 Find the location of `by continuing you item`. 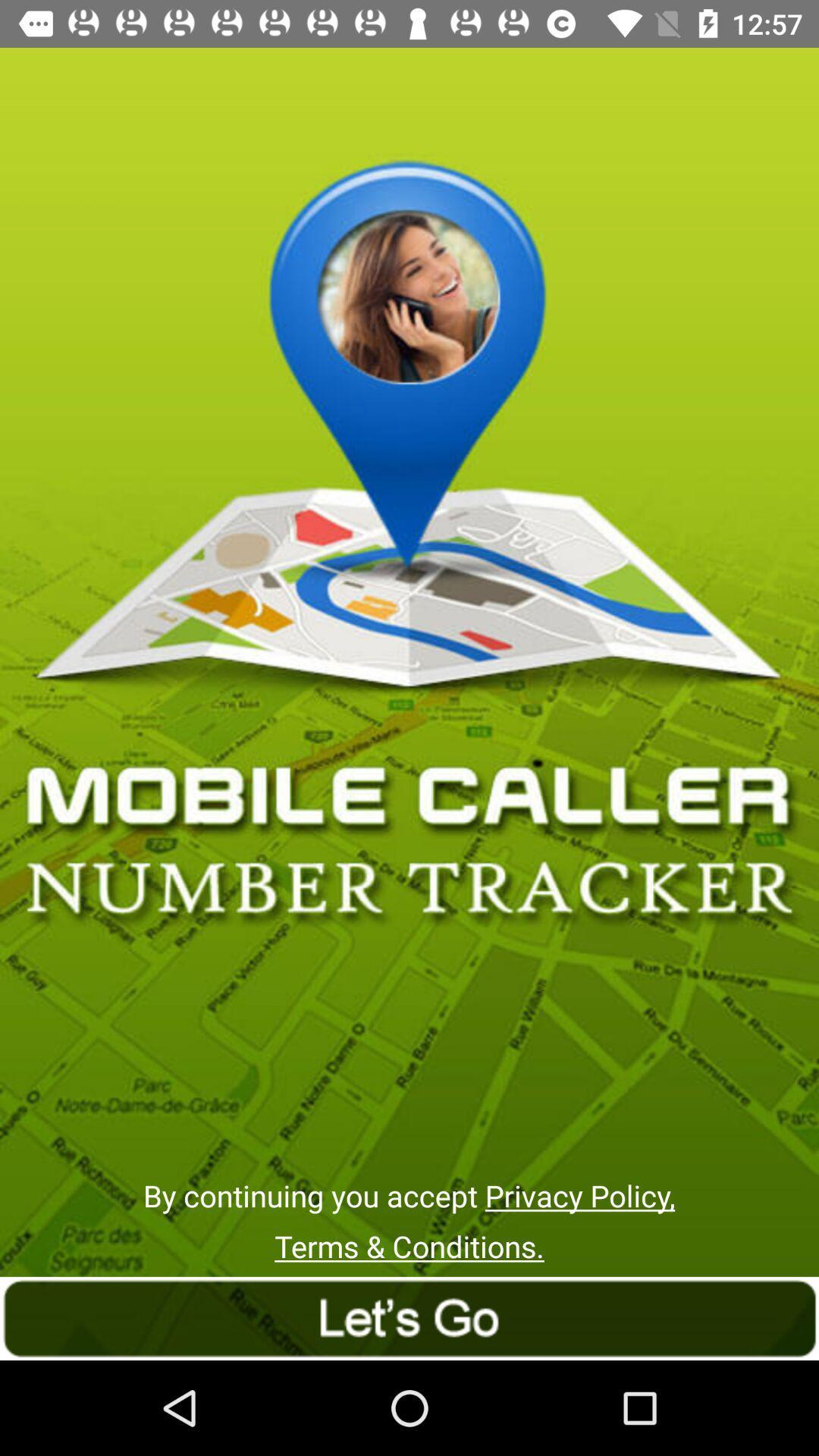

by continuing you item is located at coordinates (408, 1194).